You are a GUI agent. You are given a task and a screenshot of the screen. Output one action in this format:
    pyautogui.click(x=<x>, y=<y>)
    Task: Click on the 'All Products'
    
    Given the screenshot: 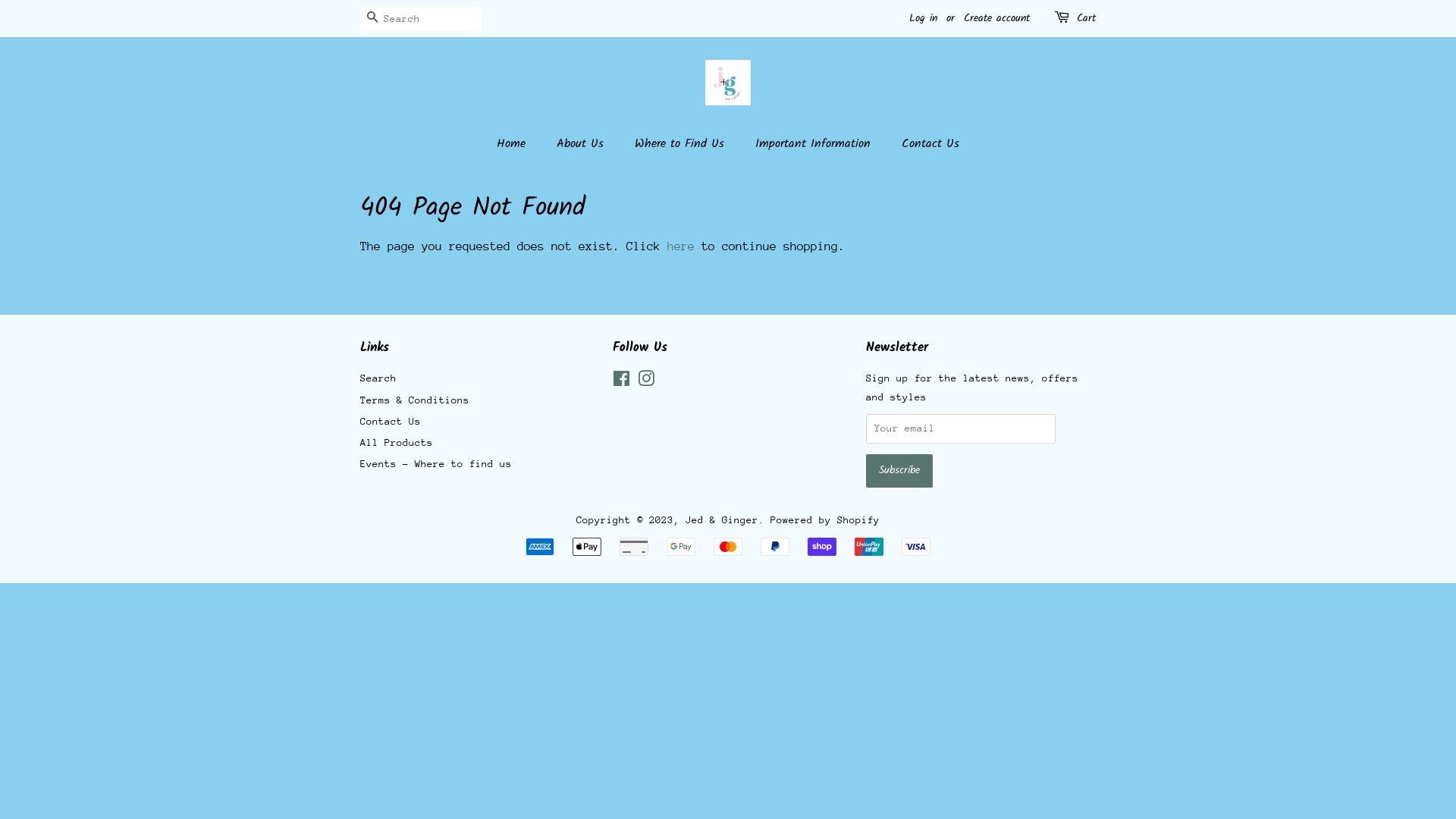 What is the action you would take?
    pyautogui.click(x=397, y=442)
    